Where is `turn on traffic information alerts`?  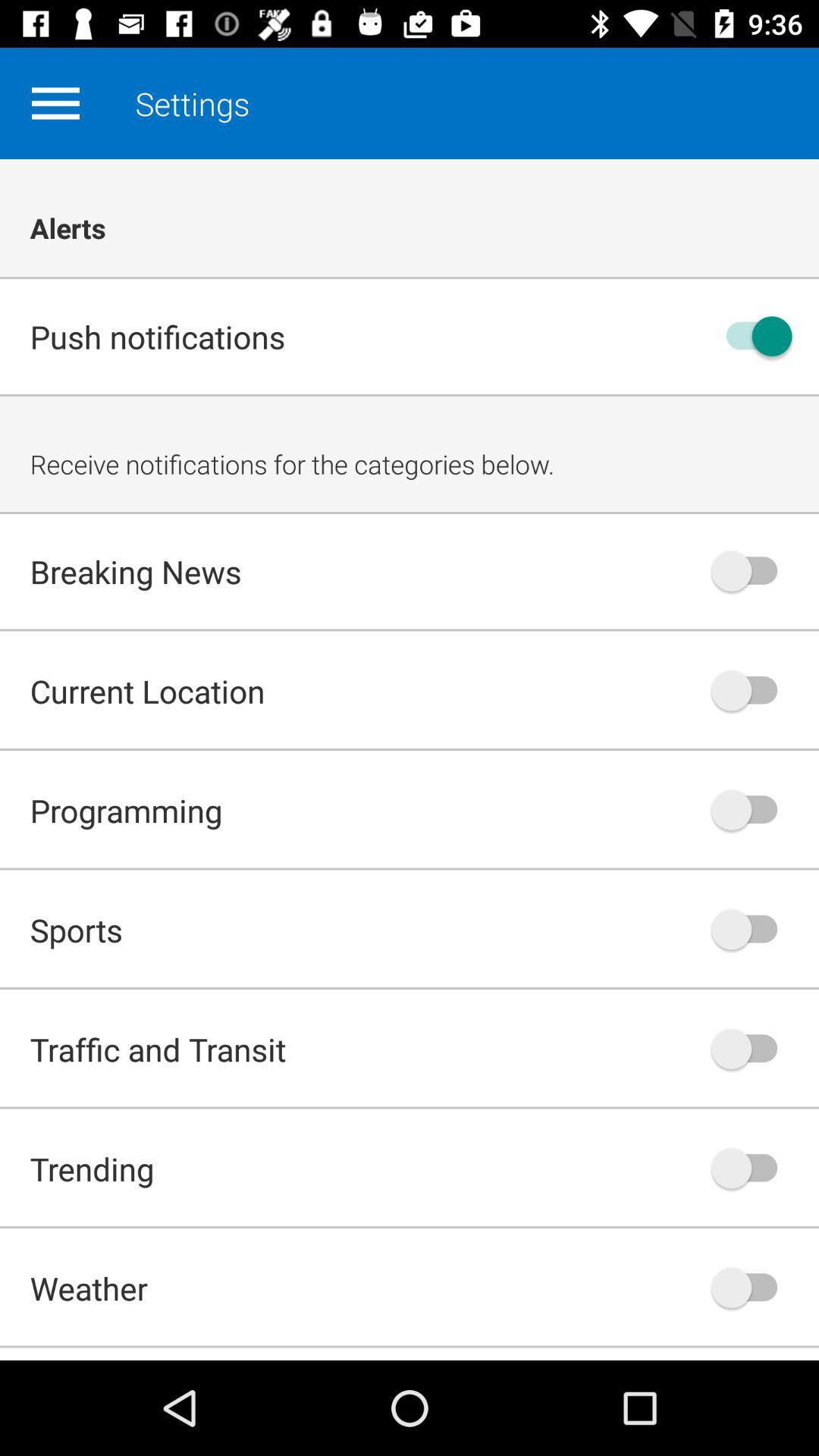 turn on traffic information alerts is located at coordinates (752, 1048).